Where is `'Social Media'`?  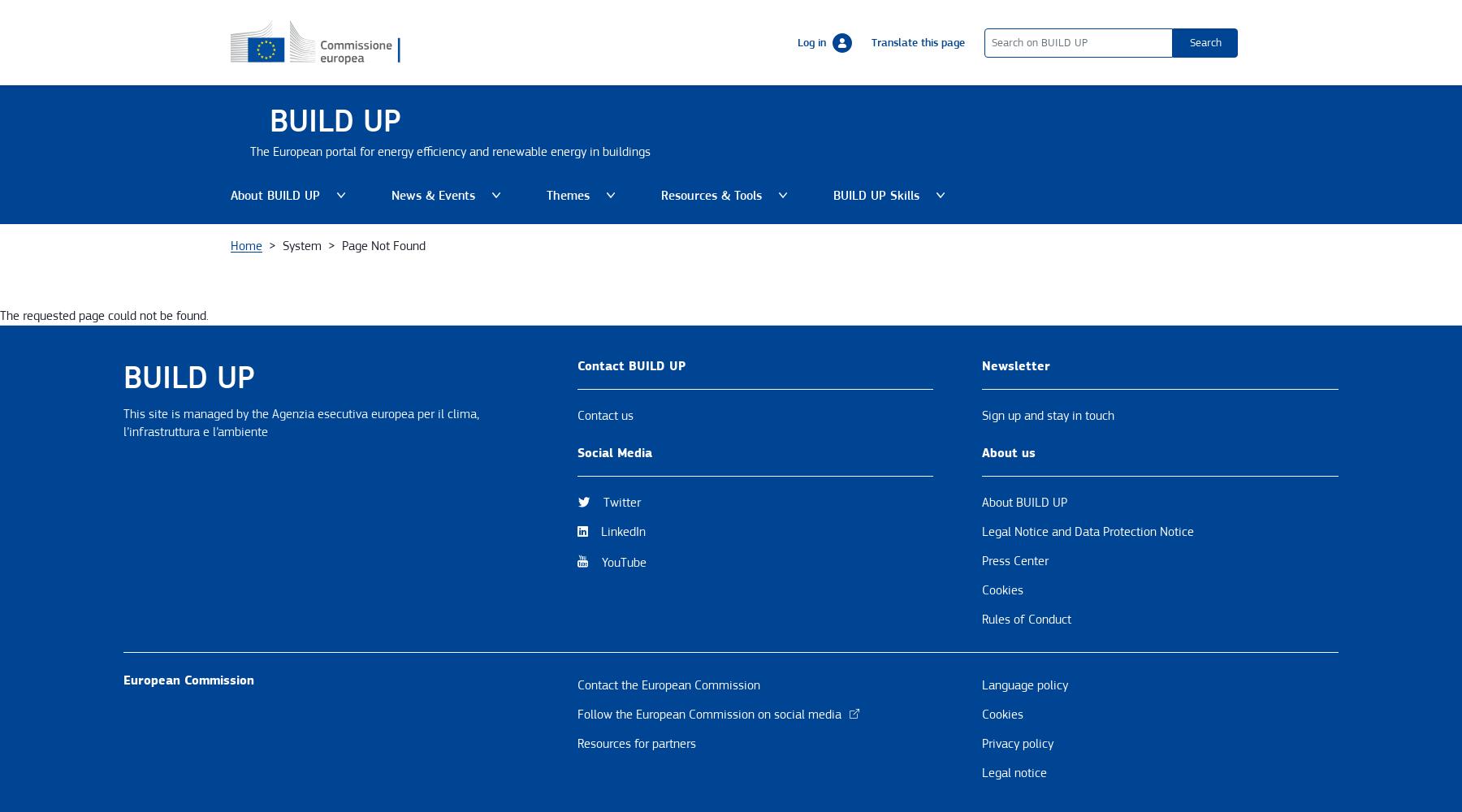
'Social Media' is located at coordinates (575, 452).